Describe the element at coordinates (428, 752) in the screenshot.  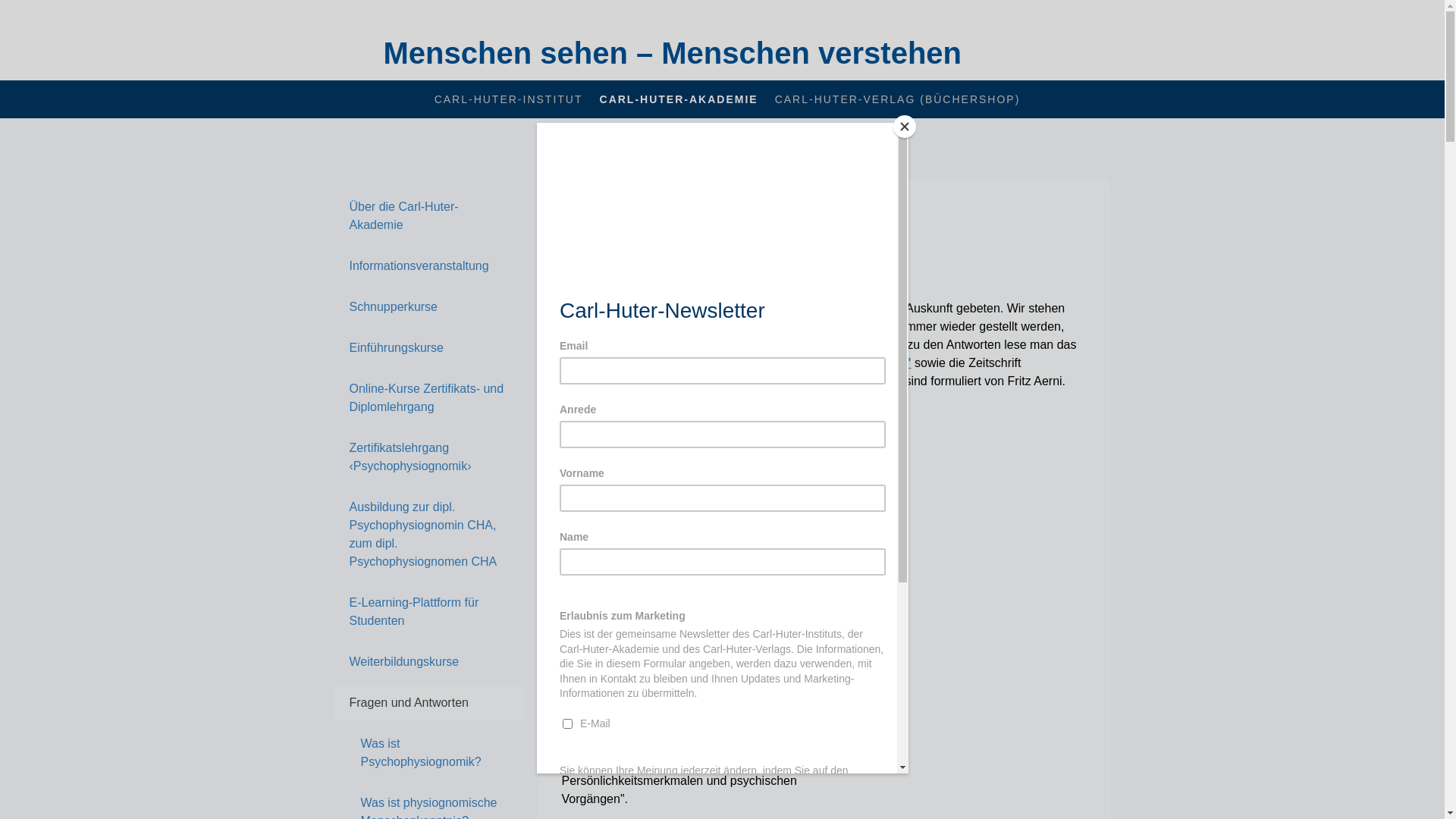
I see `'Was ist Psychophysiognomik?'` at that location.